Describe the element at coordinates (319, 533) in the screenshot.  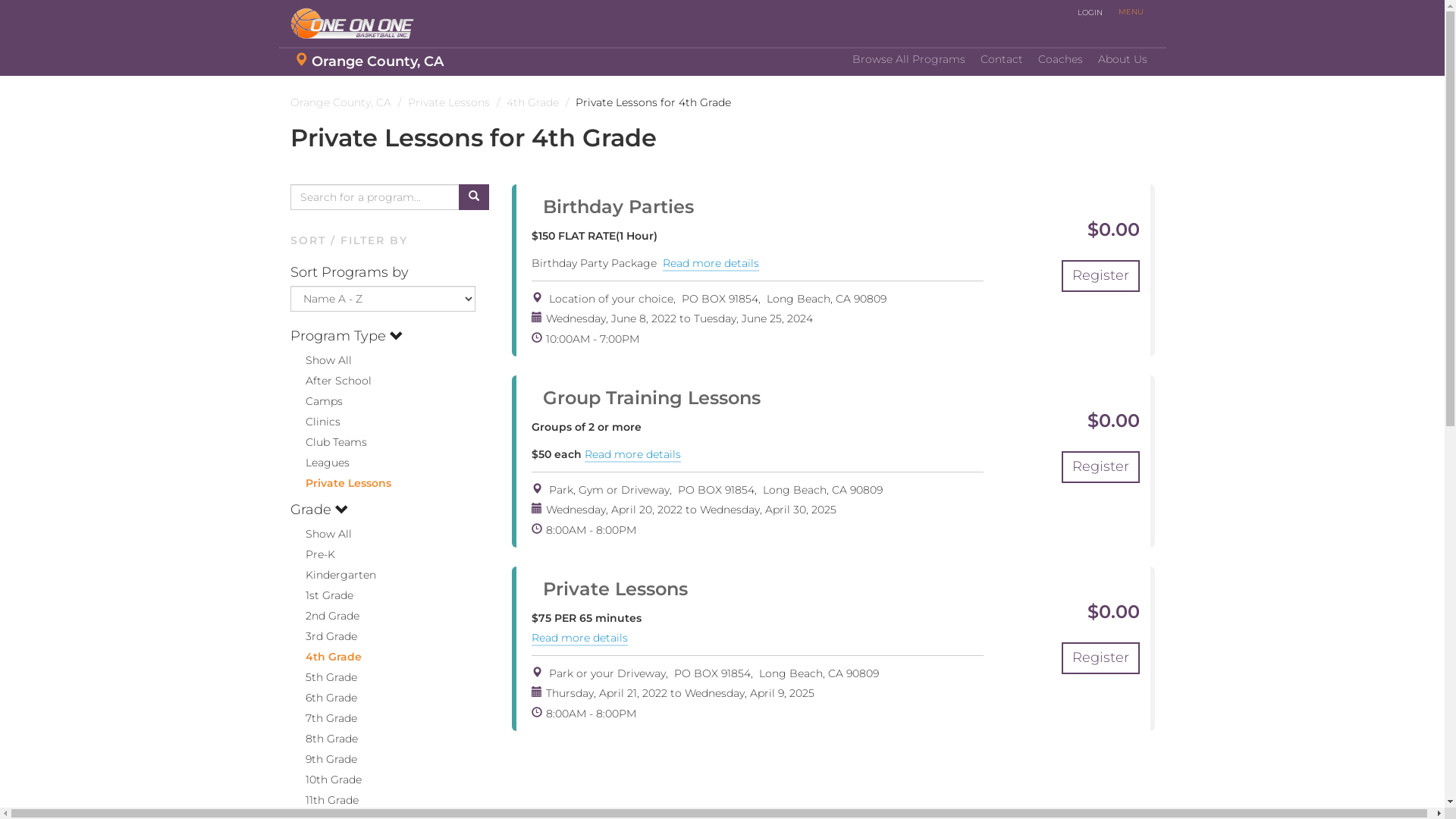
I see `'Show All'` at that location.